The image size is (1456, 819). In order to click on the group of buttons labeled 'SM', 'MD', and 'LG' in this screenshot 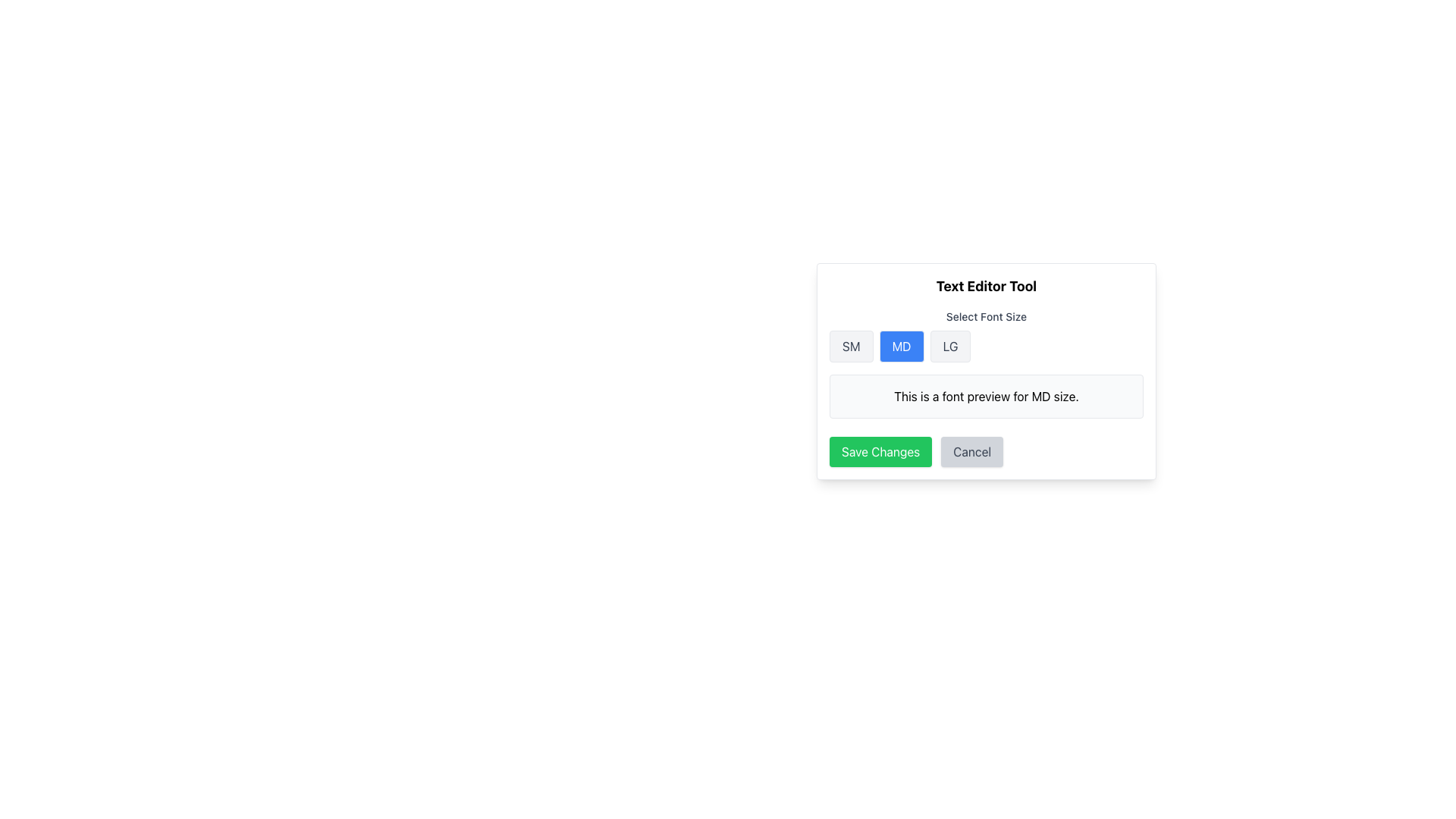, I will do `click(986, 346)`.